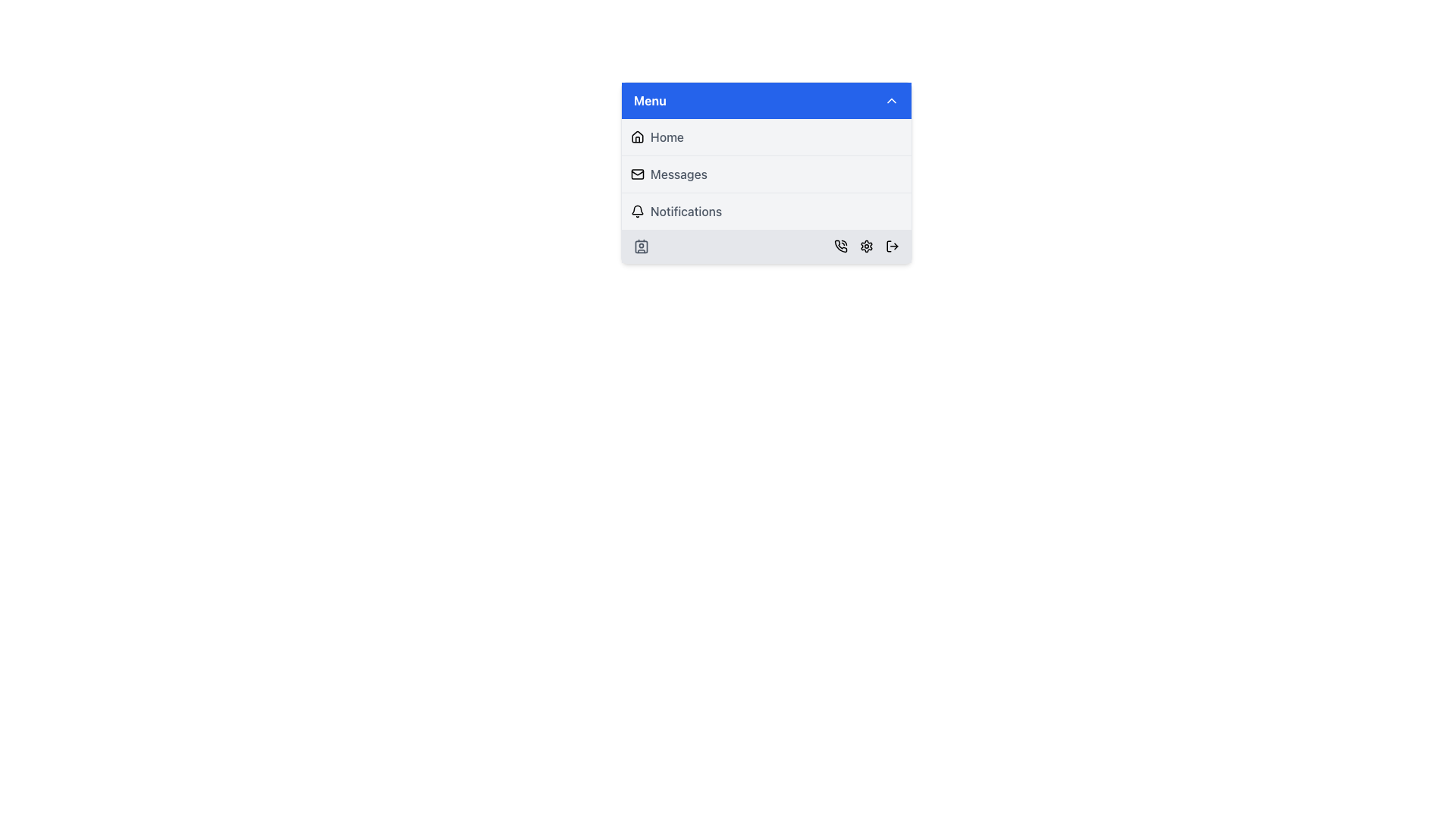  I want to click on the 'Messages' menu item, which is the second row in the menu layout, so click(767, 174).